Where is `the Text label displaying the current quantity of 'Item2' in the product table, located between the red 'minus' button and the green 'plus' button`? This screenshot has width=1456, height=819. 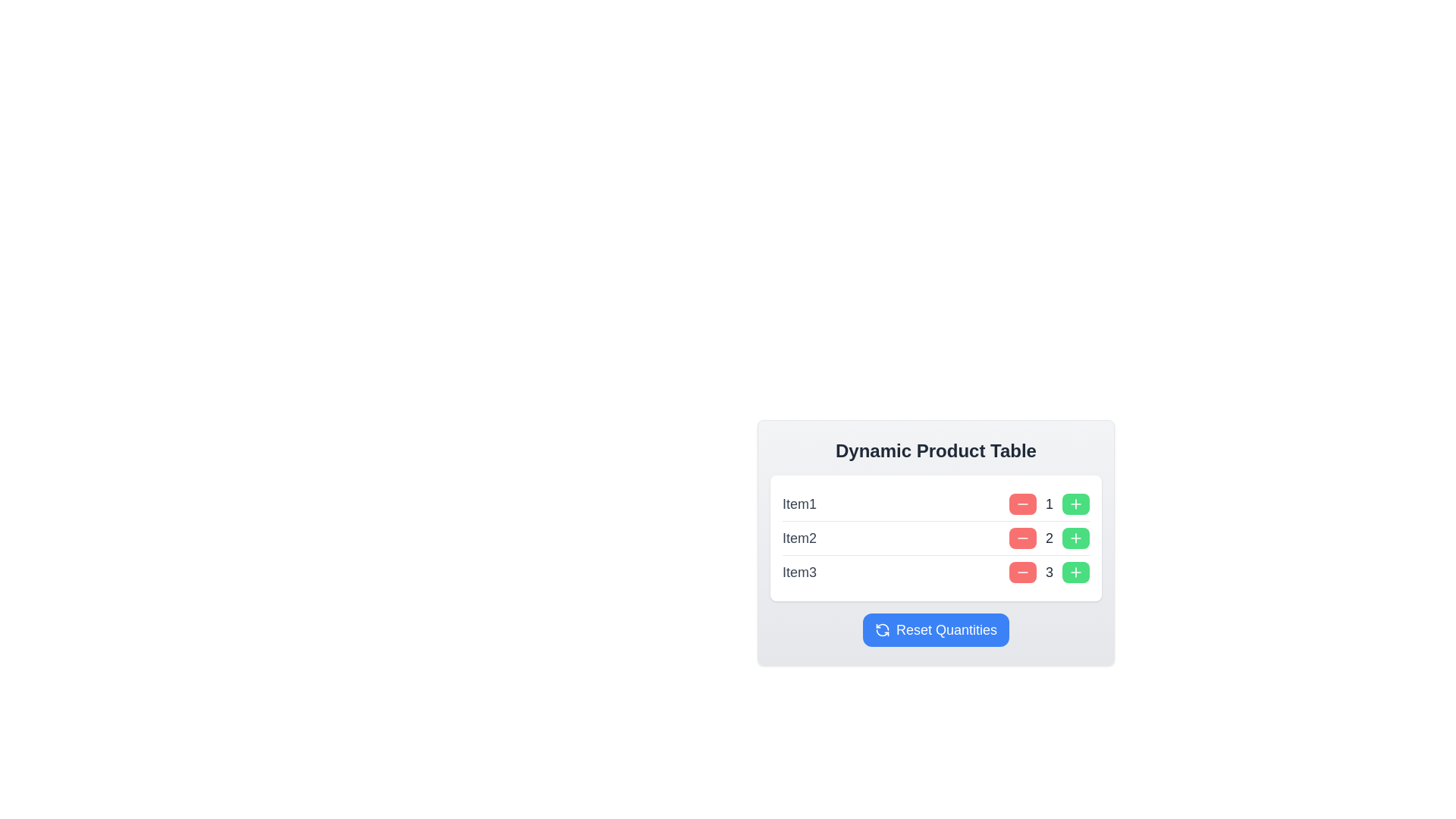
the Text label displaying the current quantity of 'Item2' in the product table, located between the red 'minus' button and the green 'plus' button is located at coordinates (1048, 537).